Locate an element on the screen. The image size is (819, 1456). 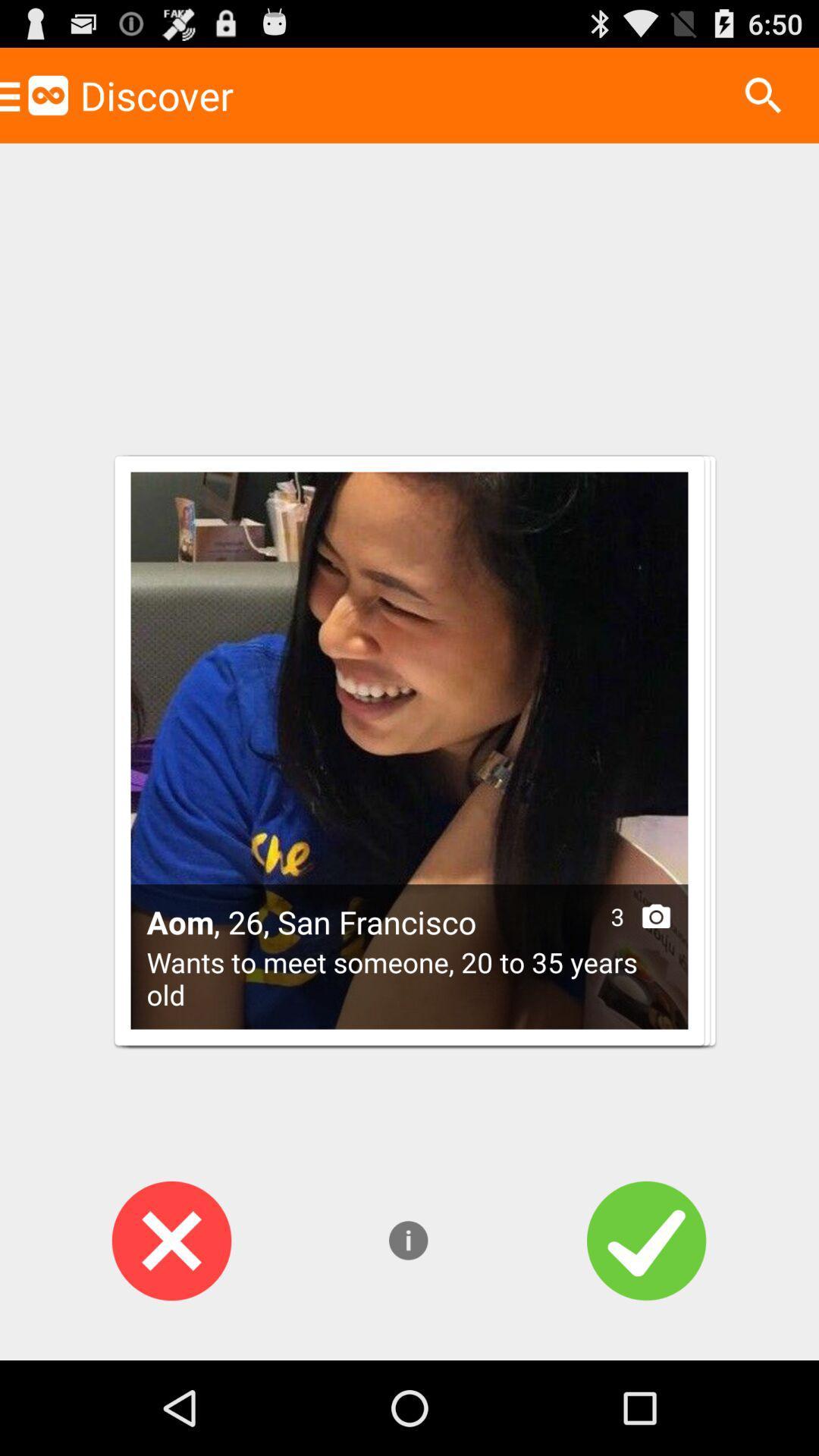
the info icon is located at coordinates (408, 1327).